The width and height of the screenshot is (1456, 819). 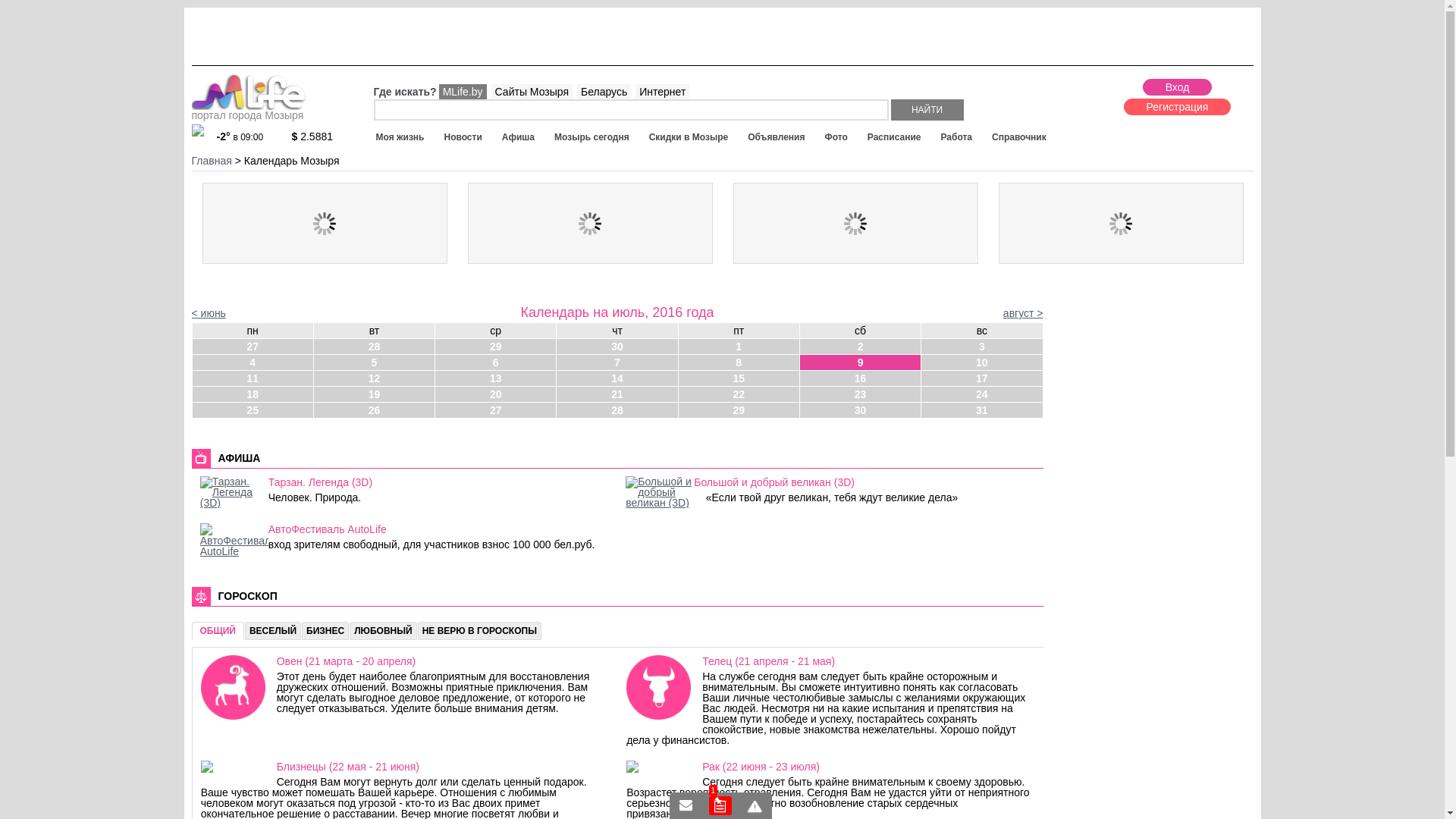 What do you see at coordinates (719, 805) in the screenshot?
I see `'1'` at bounding box center [719, 805].